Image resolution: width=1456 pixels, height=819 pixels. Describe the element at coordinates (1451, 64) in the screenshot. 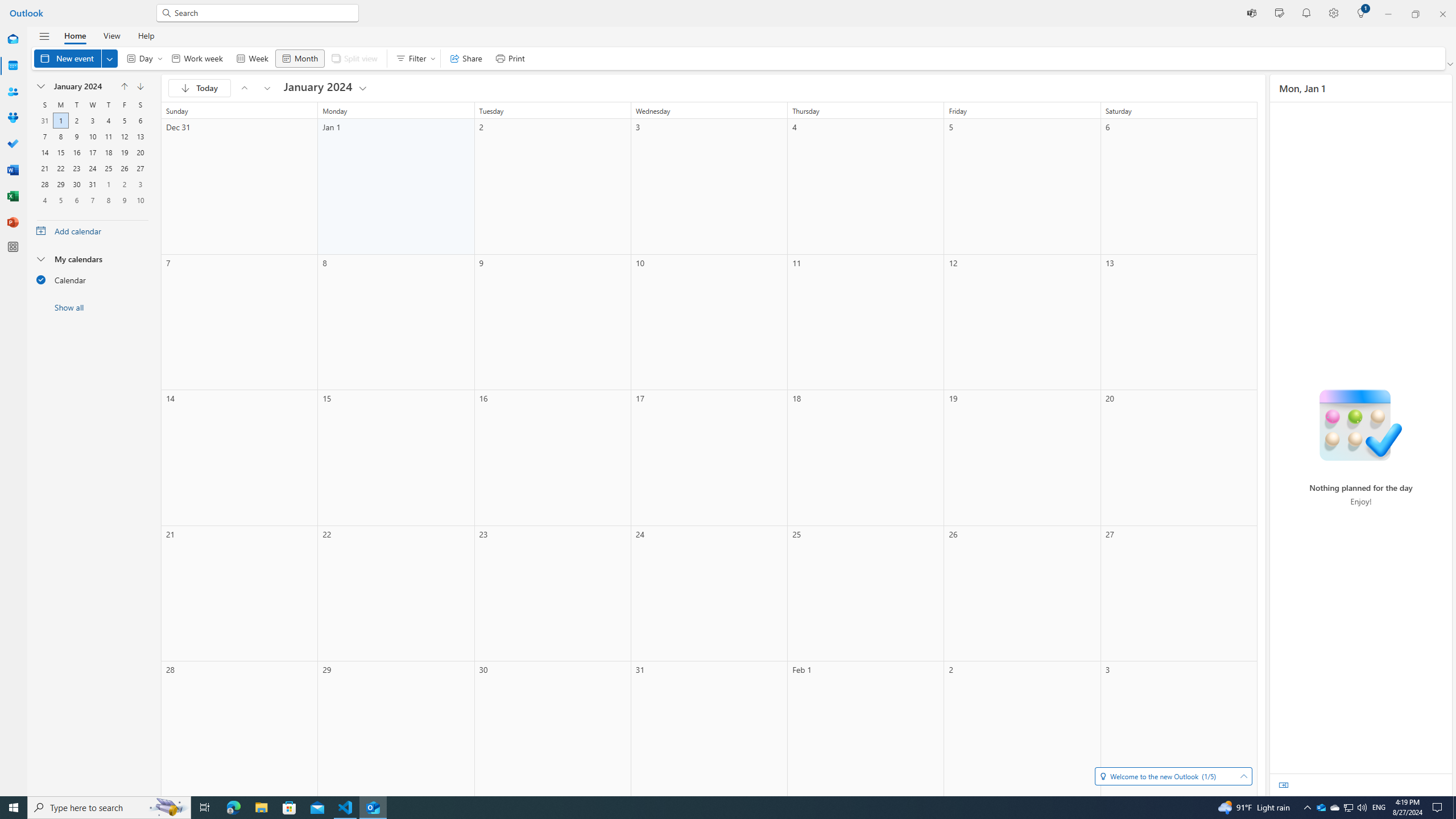

I see `'Ribbon display options'` at that location.